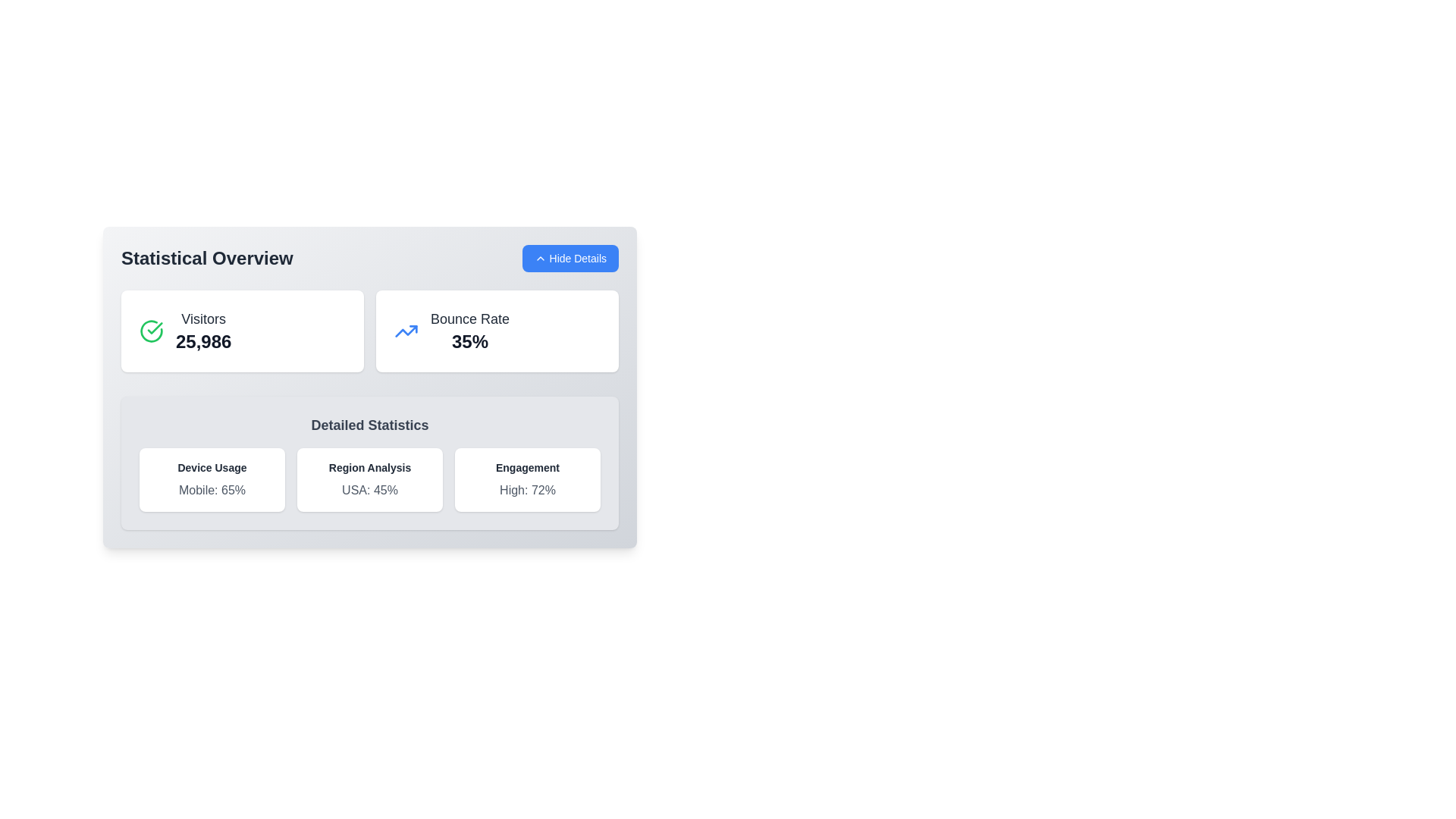  Describe the element at coordinates (528, 479) in the screenshot. I see `the Informational display card that shows 'Engagement' and 'High: 72%' in a grid layout's bottom right corner` at that location.